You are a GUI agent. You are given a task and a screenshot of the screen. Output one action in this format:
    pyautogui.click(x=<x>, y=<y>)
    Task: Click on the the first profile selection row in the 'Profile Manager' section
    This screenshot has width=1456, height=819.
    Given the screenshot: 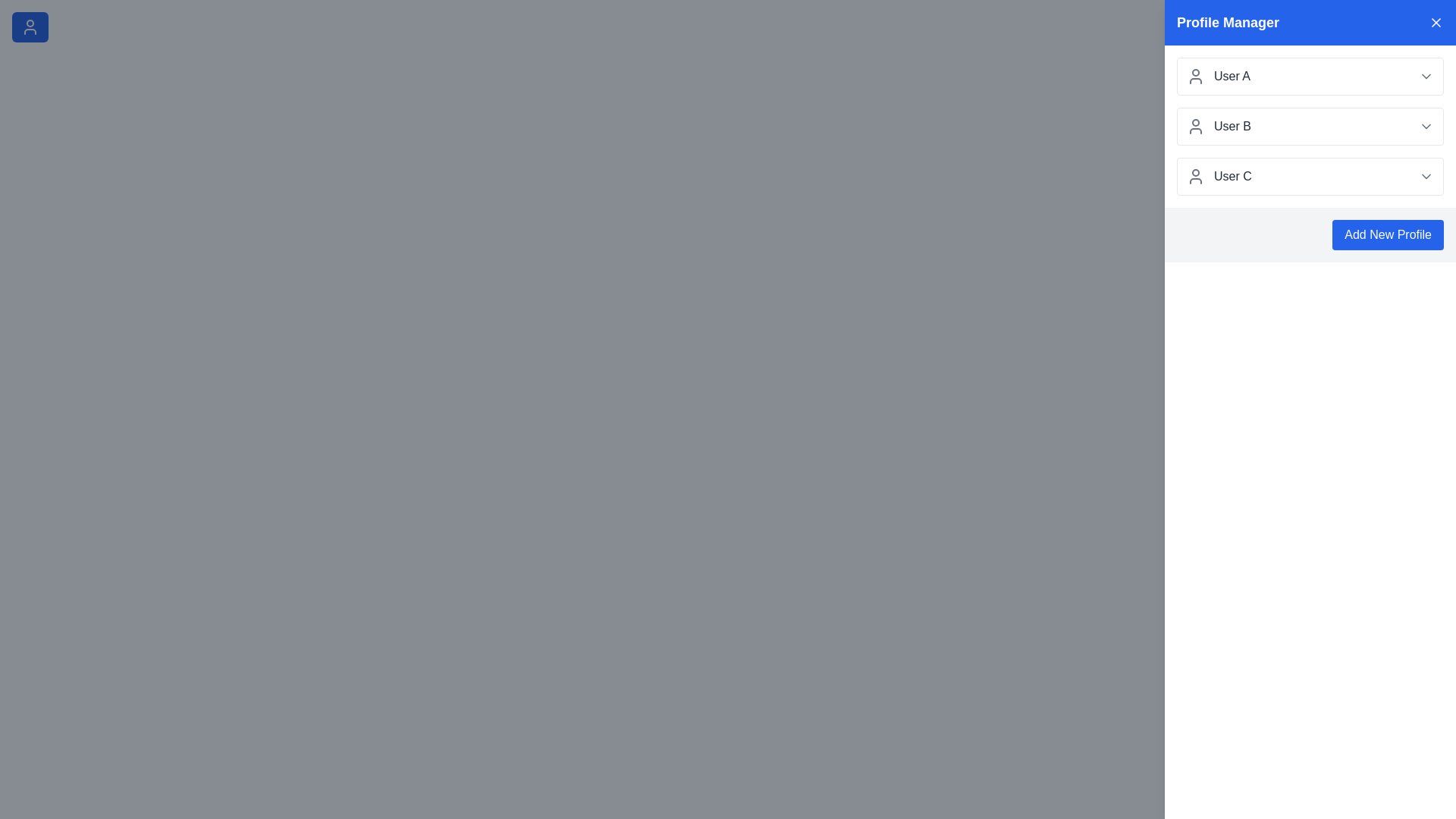 What is the action you would take?
    pyautogui.click(x=1310, y=76)
    